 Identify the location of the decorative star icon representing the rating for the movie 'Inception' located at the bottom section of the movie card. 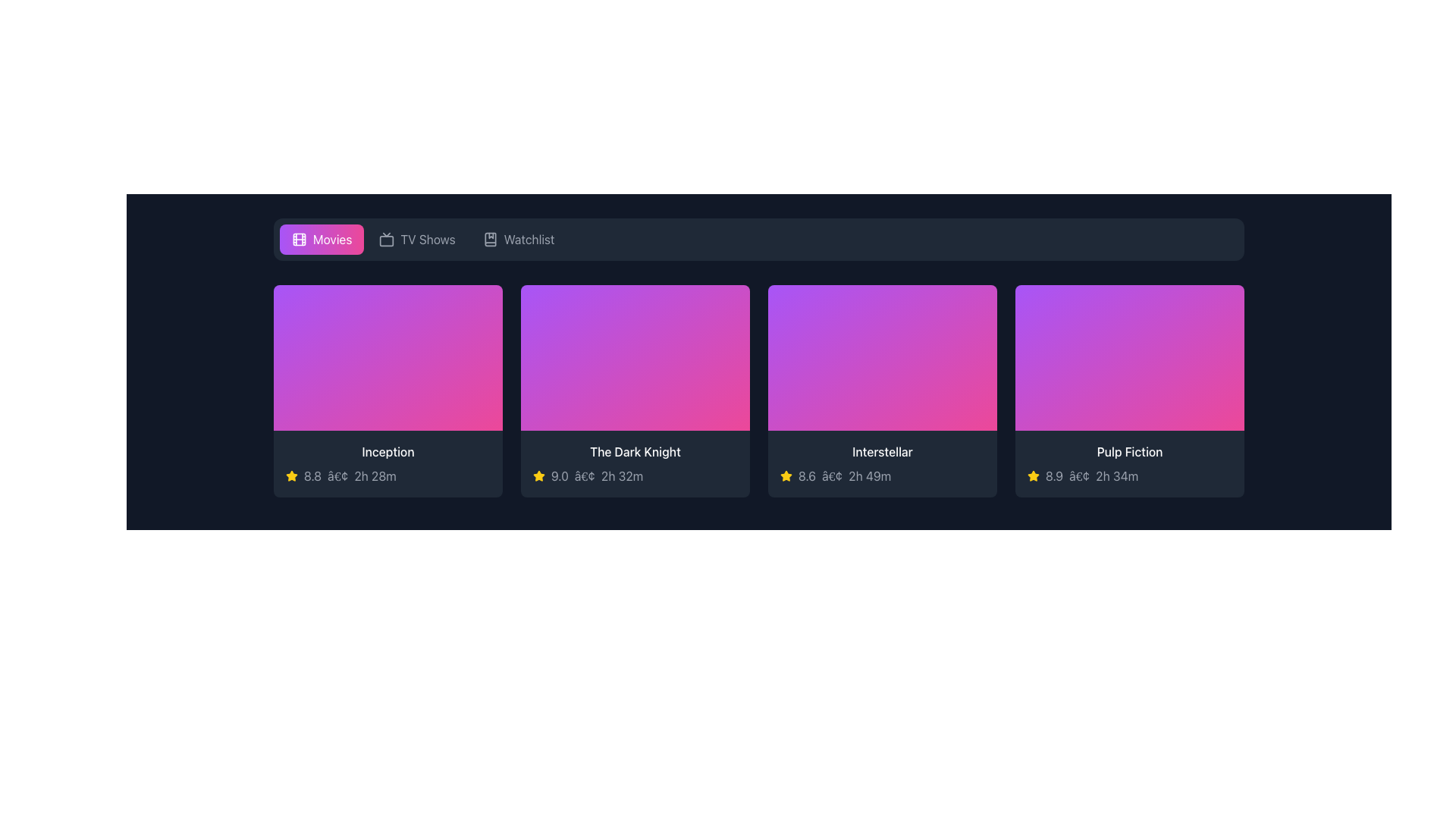
(291, 475).